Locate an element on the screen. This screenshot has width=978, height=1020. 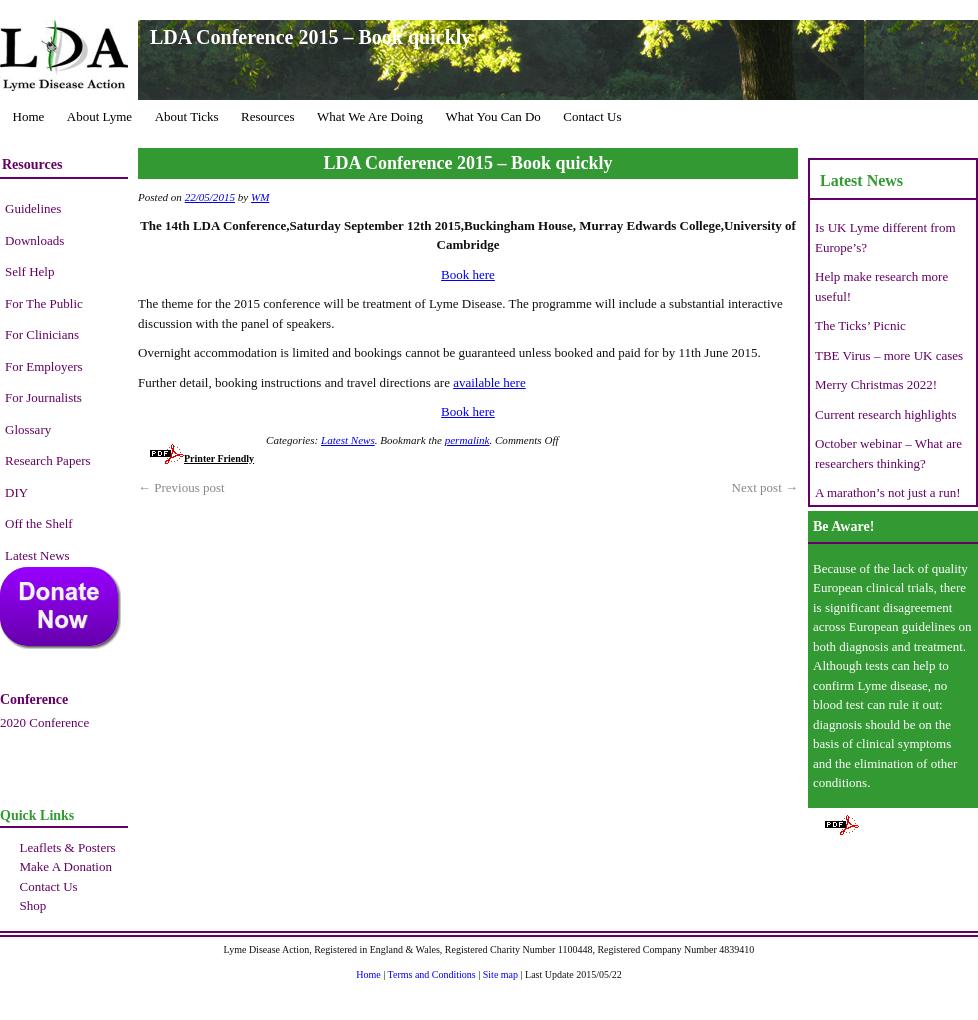
'Bookmark the' is located at coordinates (411, 438).